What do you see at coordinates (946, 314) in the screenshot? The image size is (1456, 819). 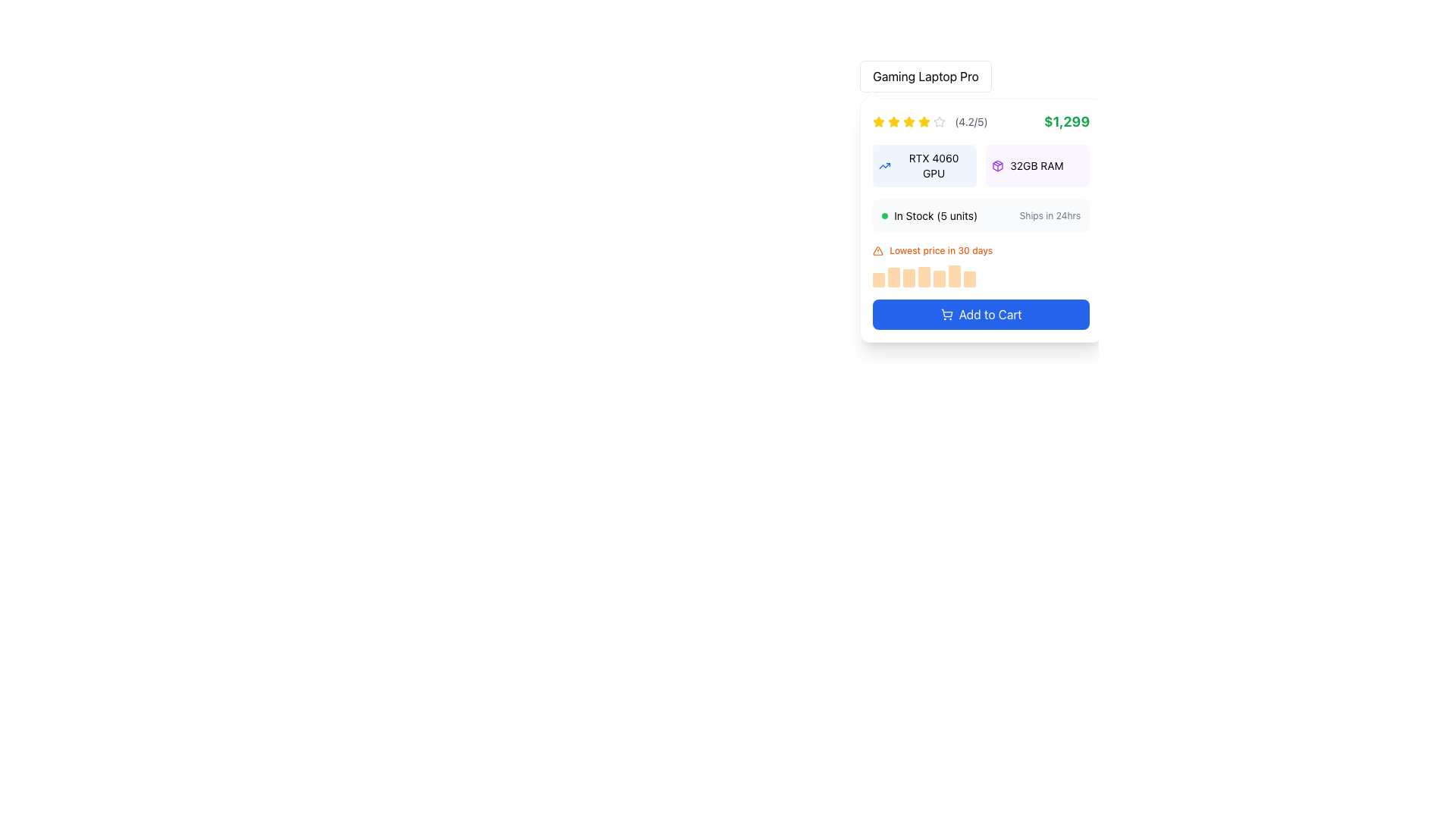 I see `the 'Add to Cart' button icon, which is visually reinforcing the button's function to add the product to the shopping cart, located in the lower right panel of the product details section` at bounding box center [946, 314].